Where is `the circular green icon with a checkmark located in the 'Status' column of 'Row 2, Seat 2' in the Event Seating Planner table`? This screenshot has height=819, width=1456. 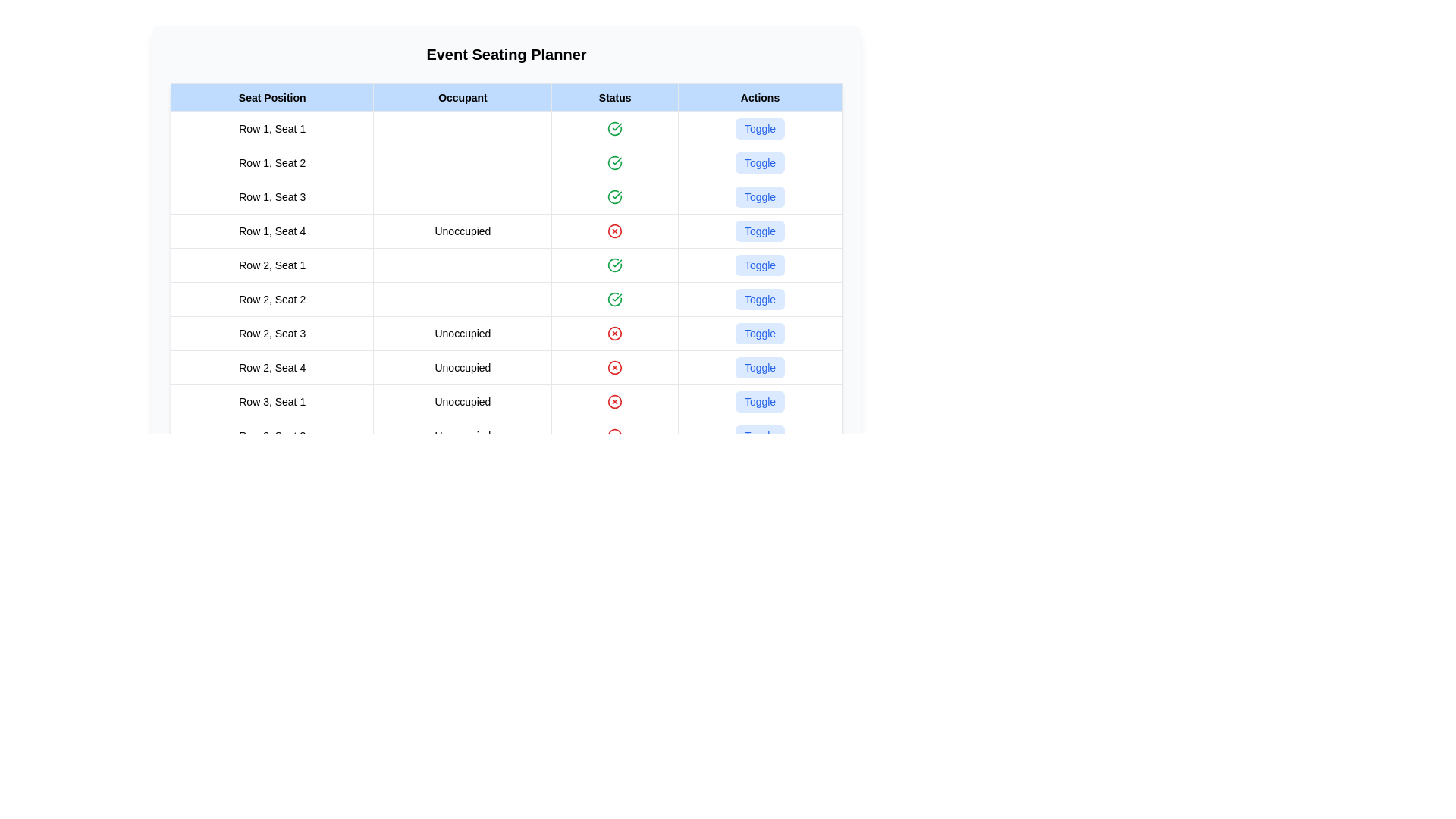
the circular green icon with a checkmark located in the 'Status' column of 'Row 2, Seat 2' in the Event Seating Planner table is located at coordinates (615, 299).